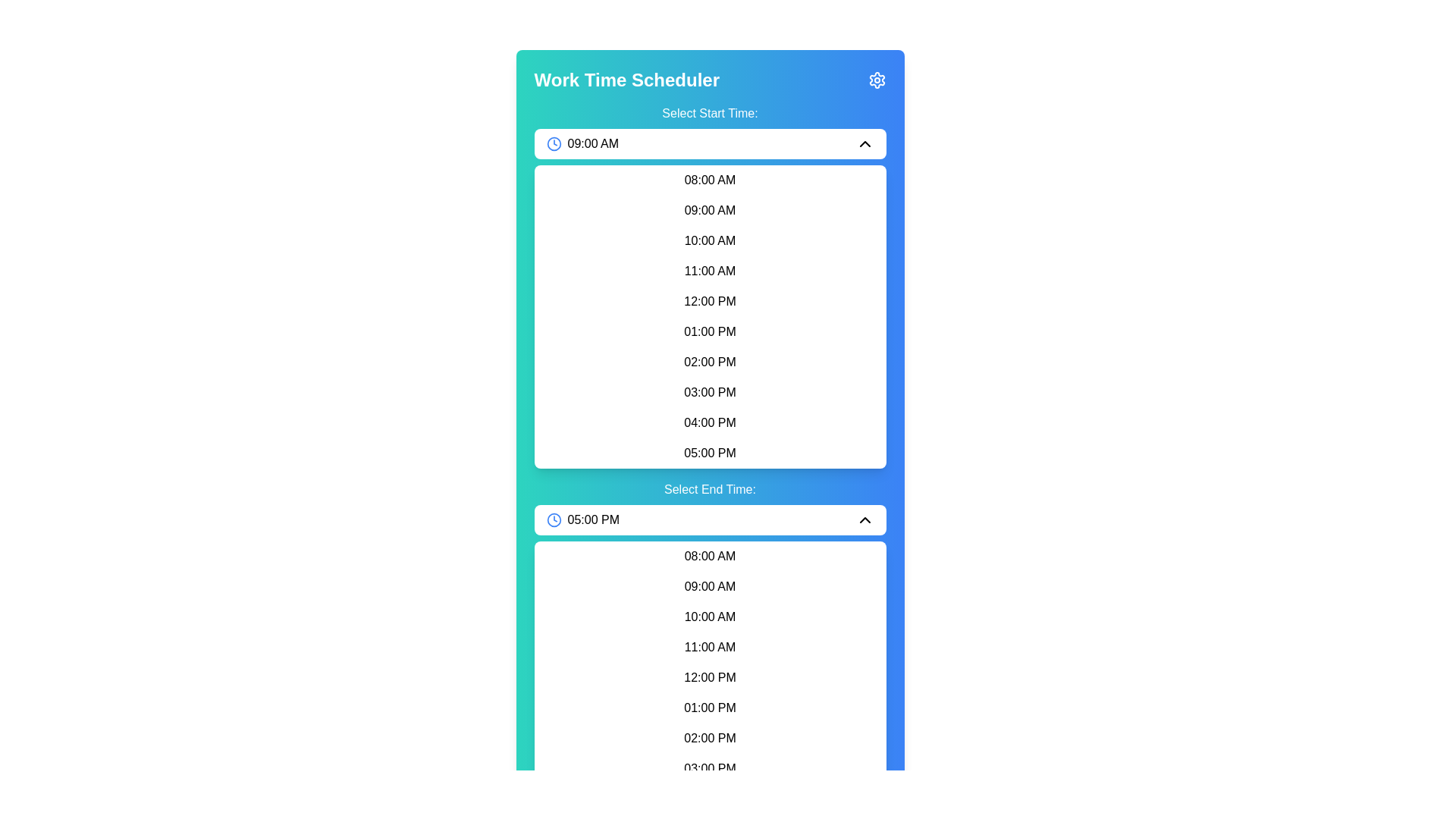 This screenshot has height=819, width=1456. Describe the element at coordinates (709, 301) in the screenshot. I see `the text label displaying '12:00 PM'` at that location.